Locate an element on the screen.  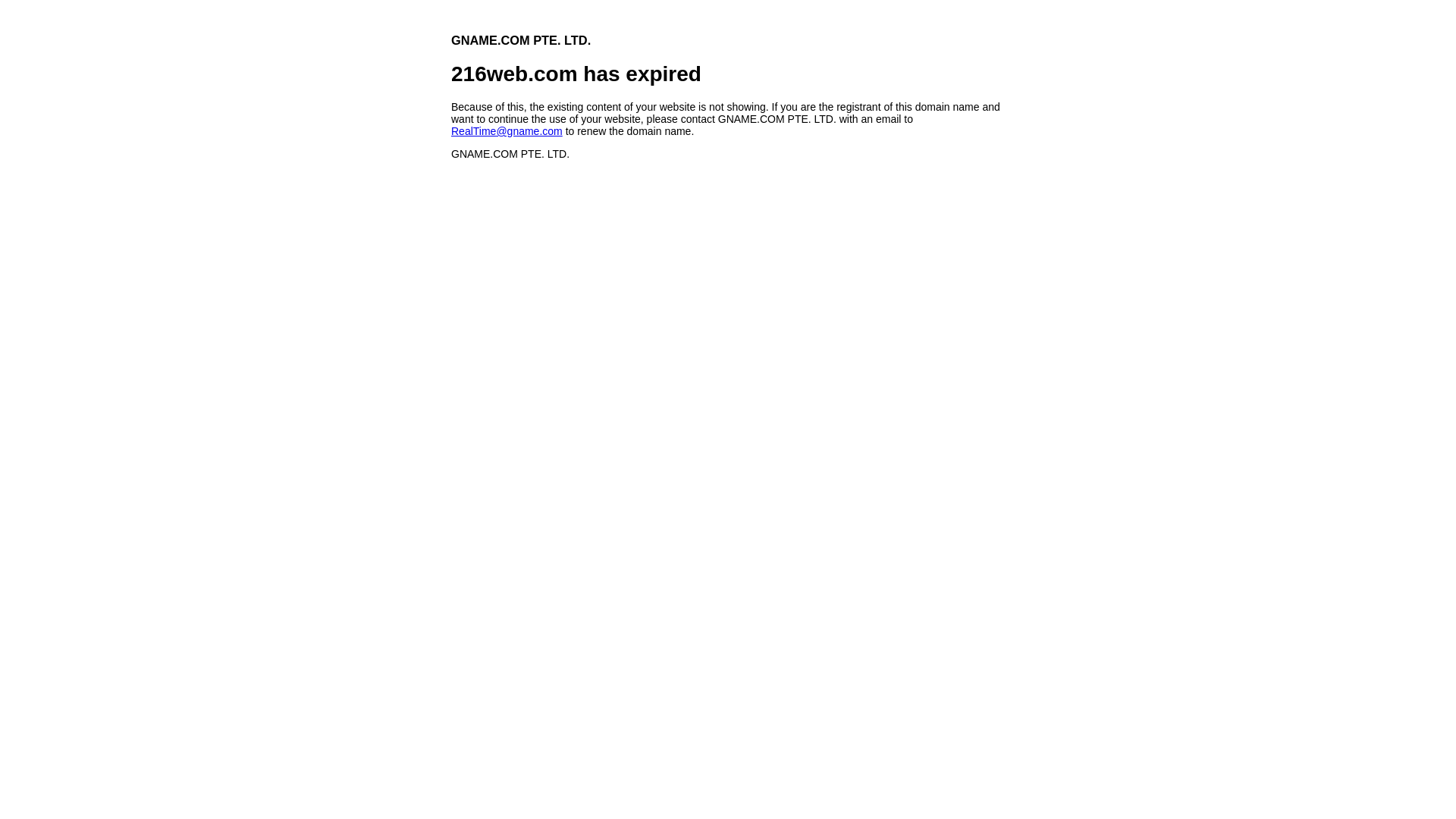
'RealTime@gname.com' is located at coordinates (507, 130).